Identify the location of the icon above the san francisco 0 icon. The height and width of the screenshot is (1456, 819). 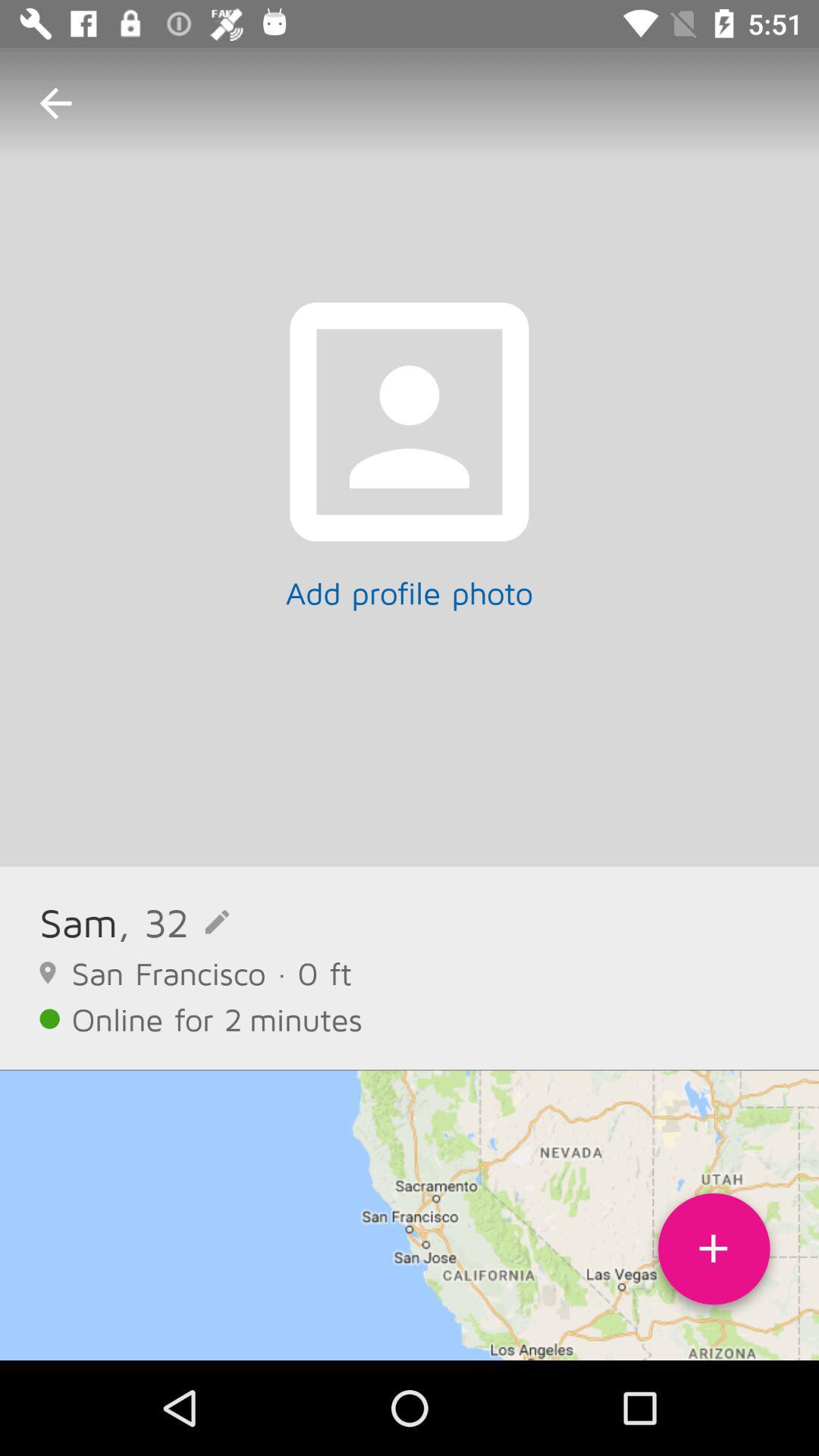
(78, 921).